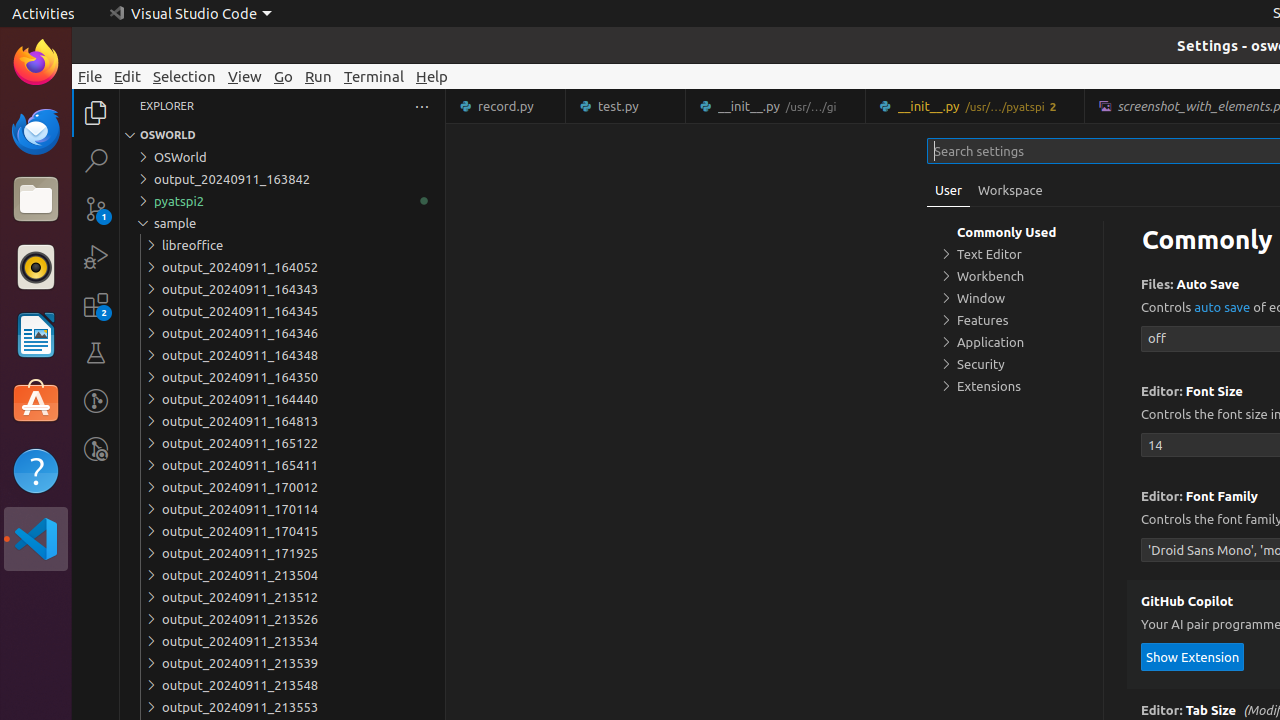  What do you see at coordinates (281, 156) in the screenshot?
I see `'OSWorld'` at bounding box center [281, 156].